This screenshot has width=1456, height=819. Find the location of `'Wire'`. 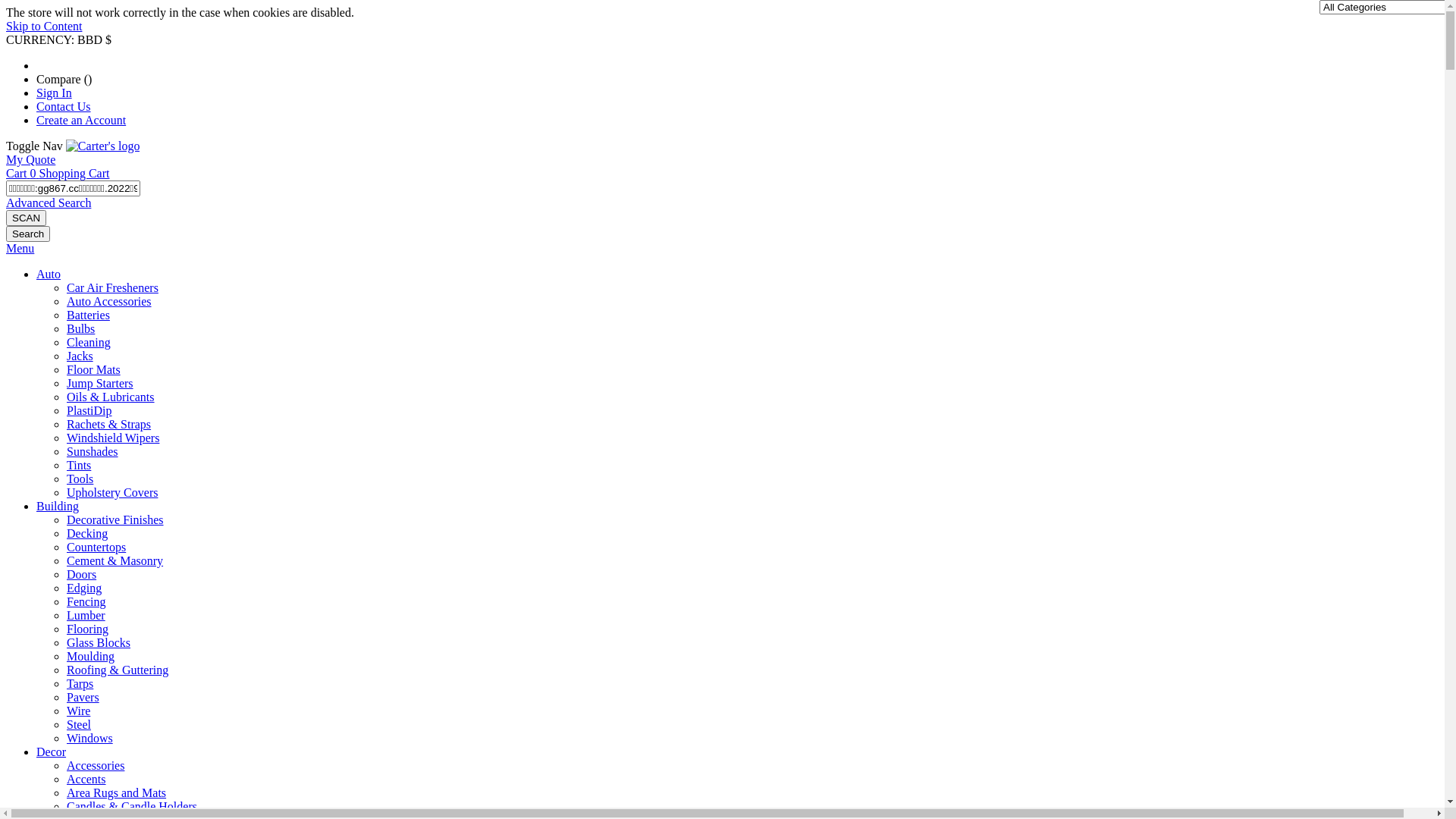

'Wire' is located at coordinates (77, 711).